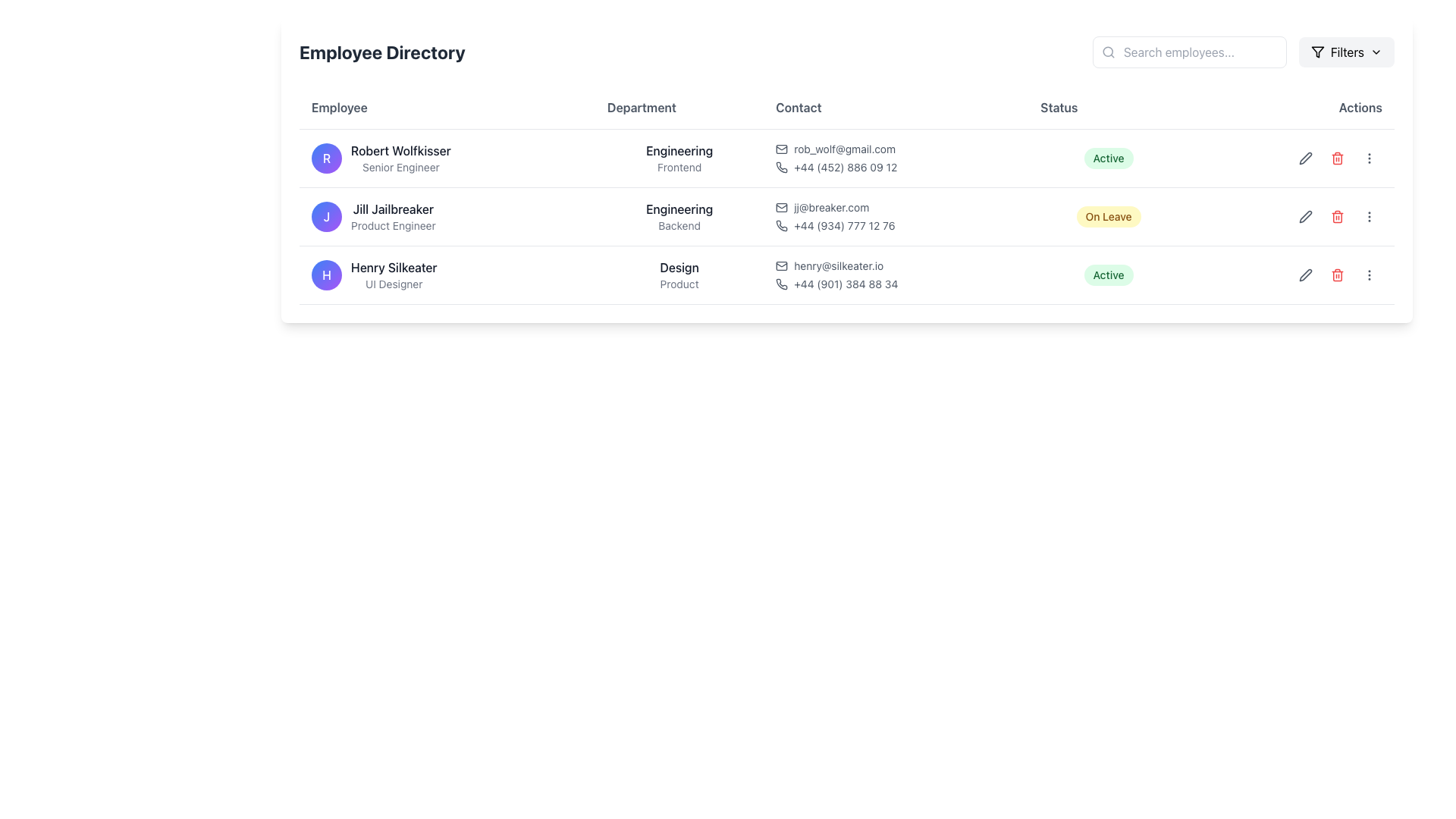 This screenshot has height=819, width=1456. Describe the element at coordinates (1109, 158) in the screenshot. I see `status displayed on the 'Active' label, which is a green status indicator with rounded edges located in the 'Status' column of the first row` at that location.